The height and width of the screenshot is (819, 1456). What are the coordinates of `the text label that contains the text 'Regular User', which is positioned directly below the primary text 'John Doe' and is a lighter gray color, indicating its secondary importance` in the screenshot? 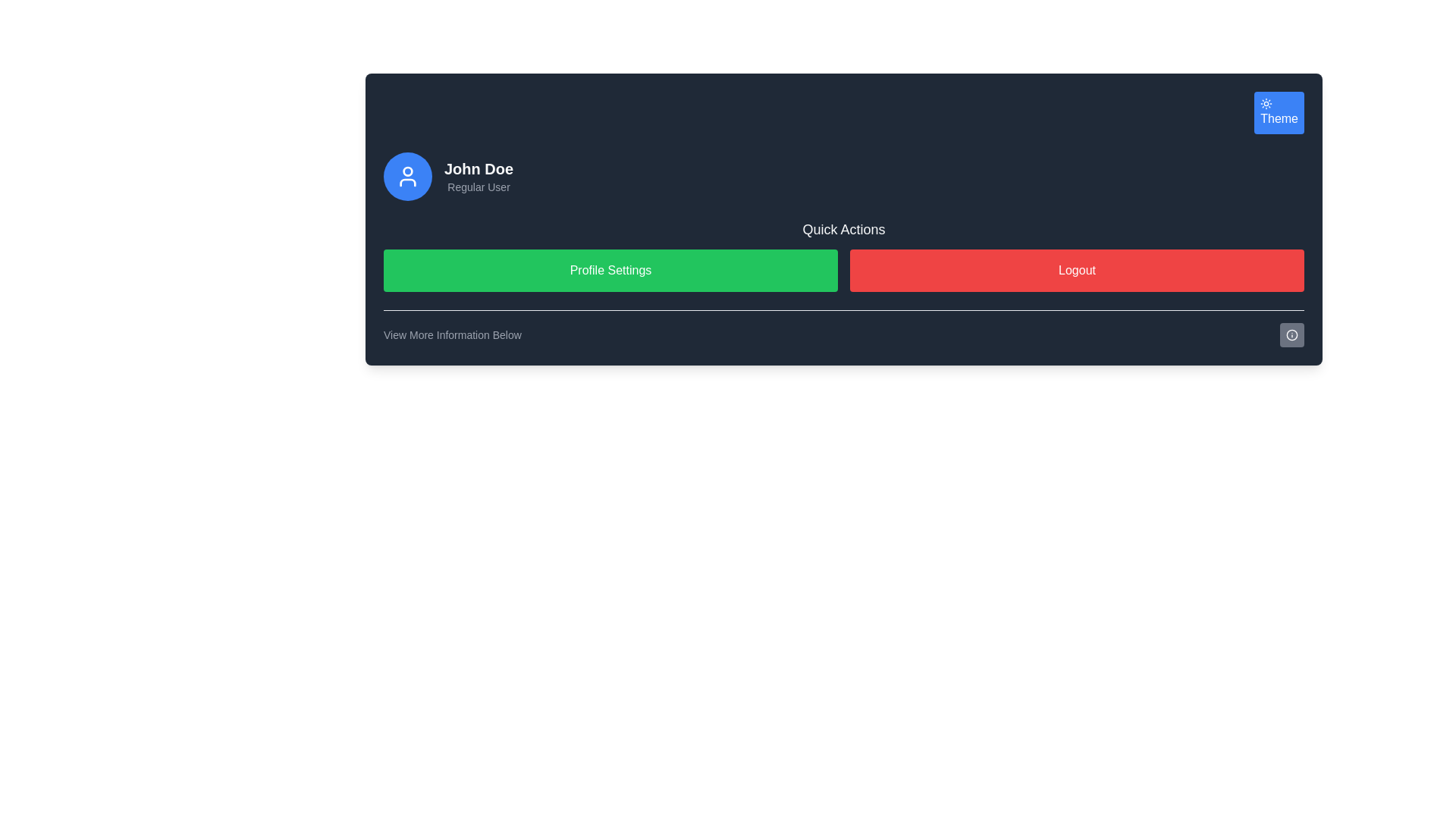 It's located at (478, 186).